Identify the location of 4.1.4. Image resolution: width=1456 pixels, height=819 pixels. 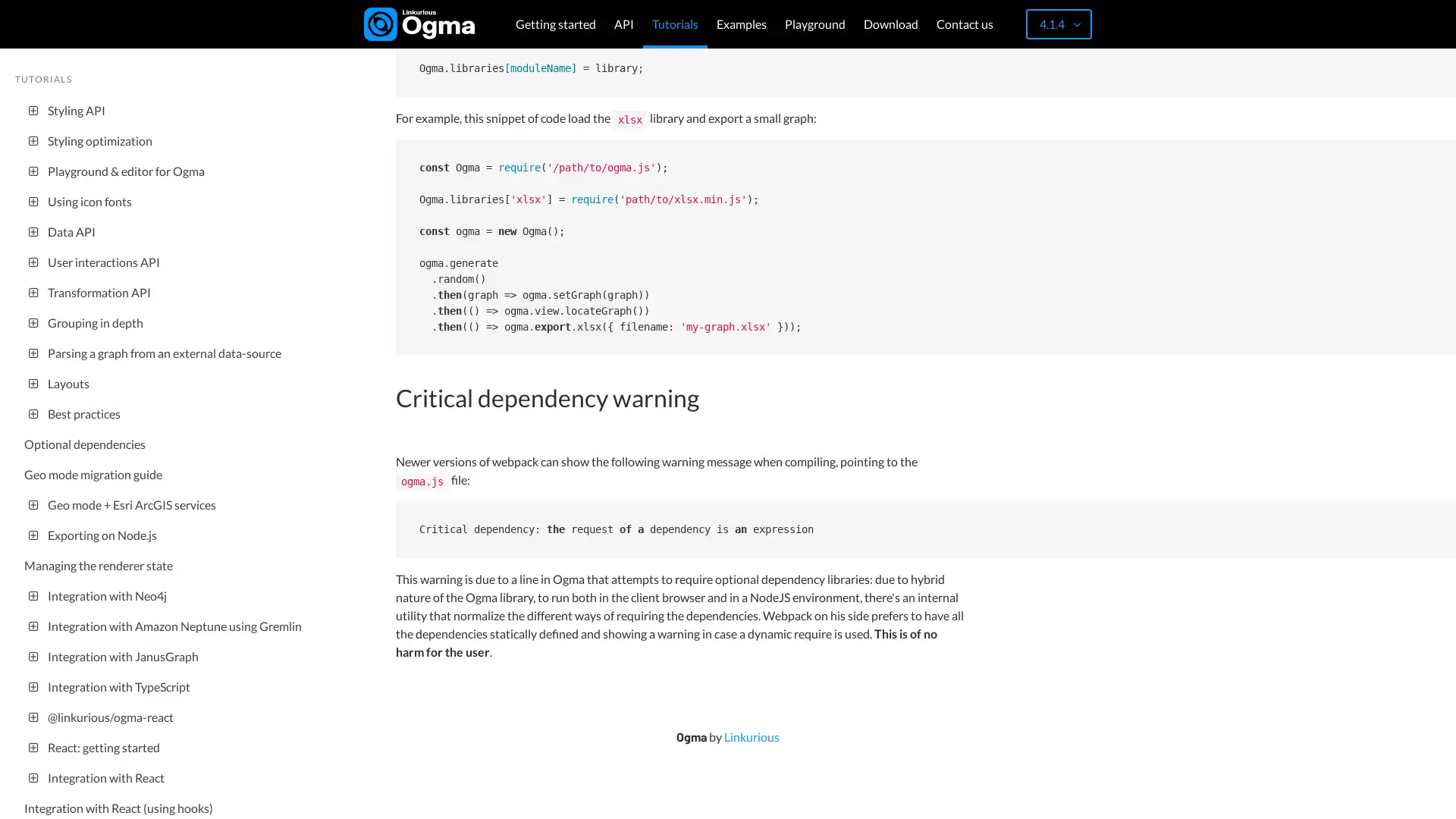
(1058, 24).